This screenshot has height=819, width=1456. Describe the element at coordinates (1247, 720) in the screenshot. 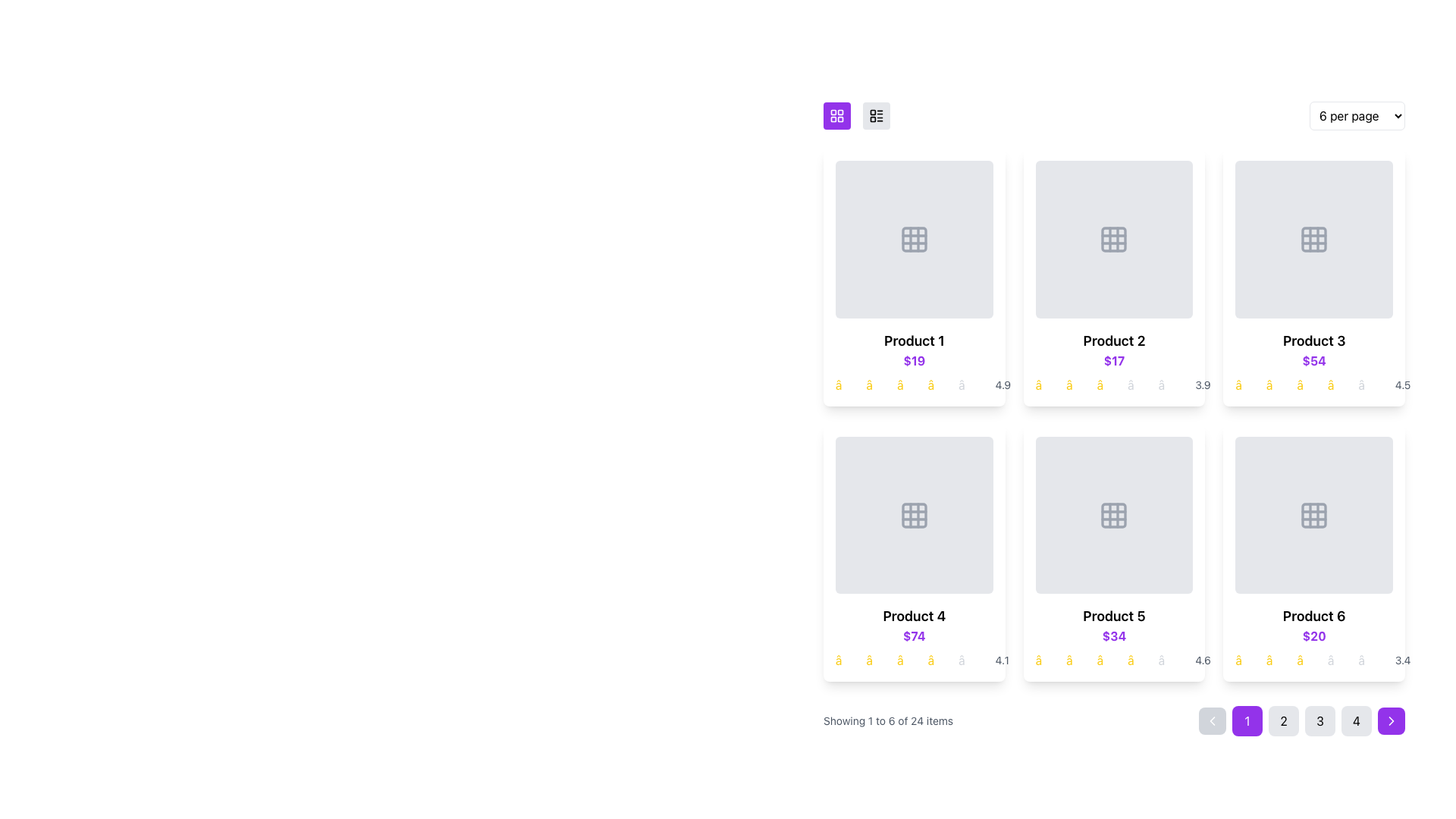

I see `the pagination button that navigates to the first page, located at the bottom-right of the interface` at that location.